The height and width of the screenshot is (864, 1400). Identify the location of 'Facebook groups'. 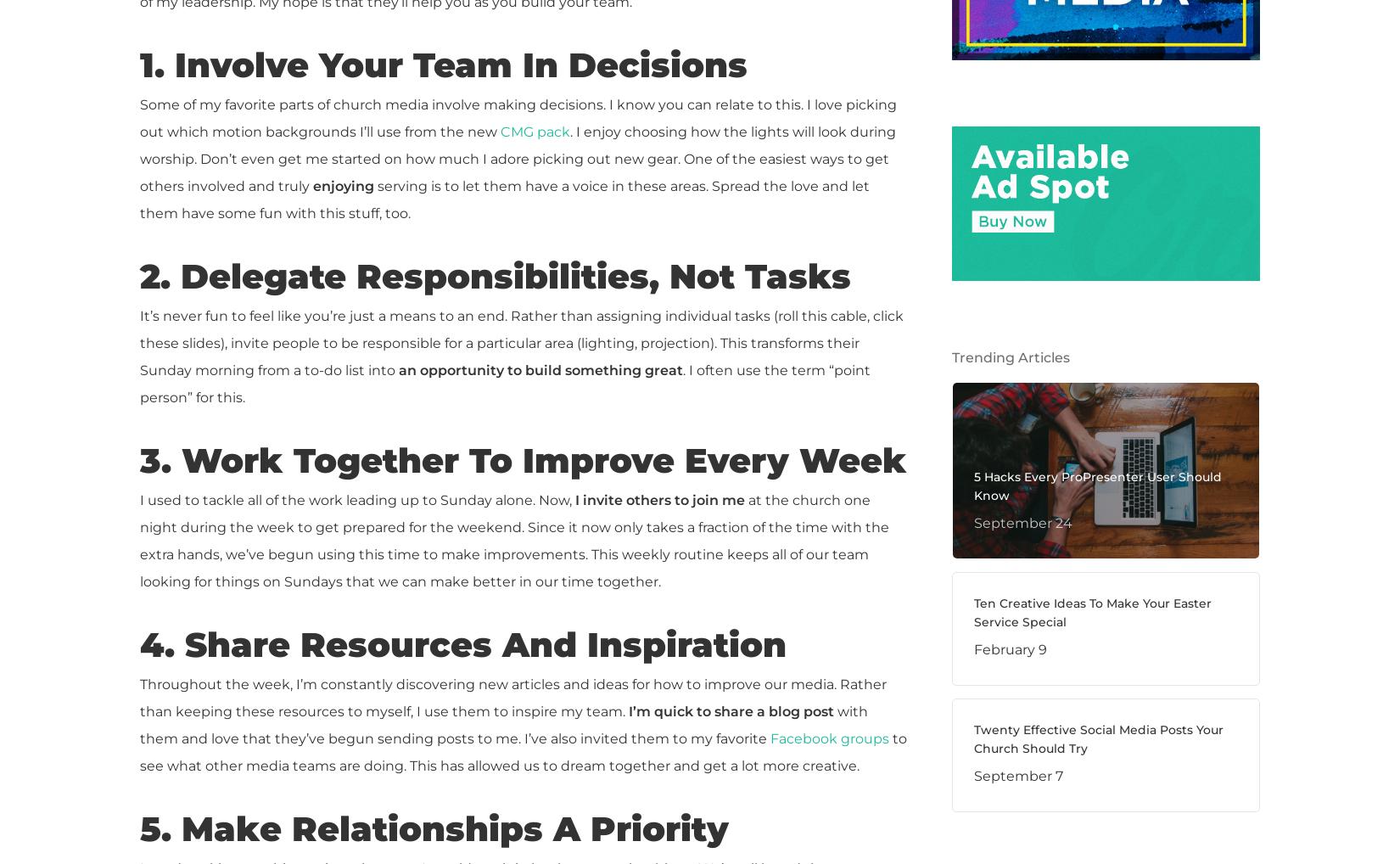
(829, 738).